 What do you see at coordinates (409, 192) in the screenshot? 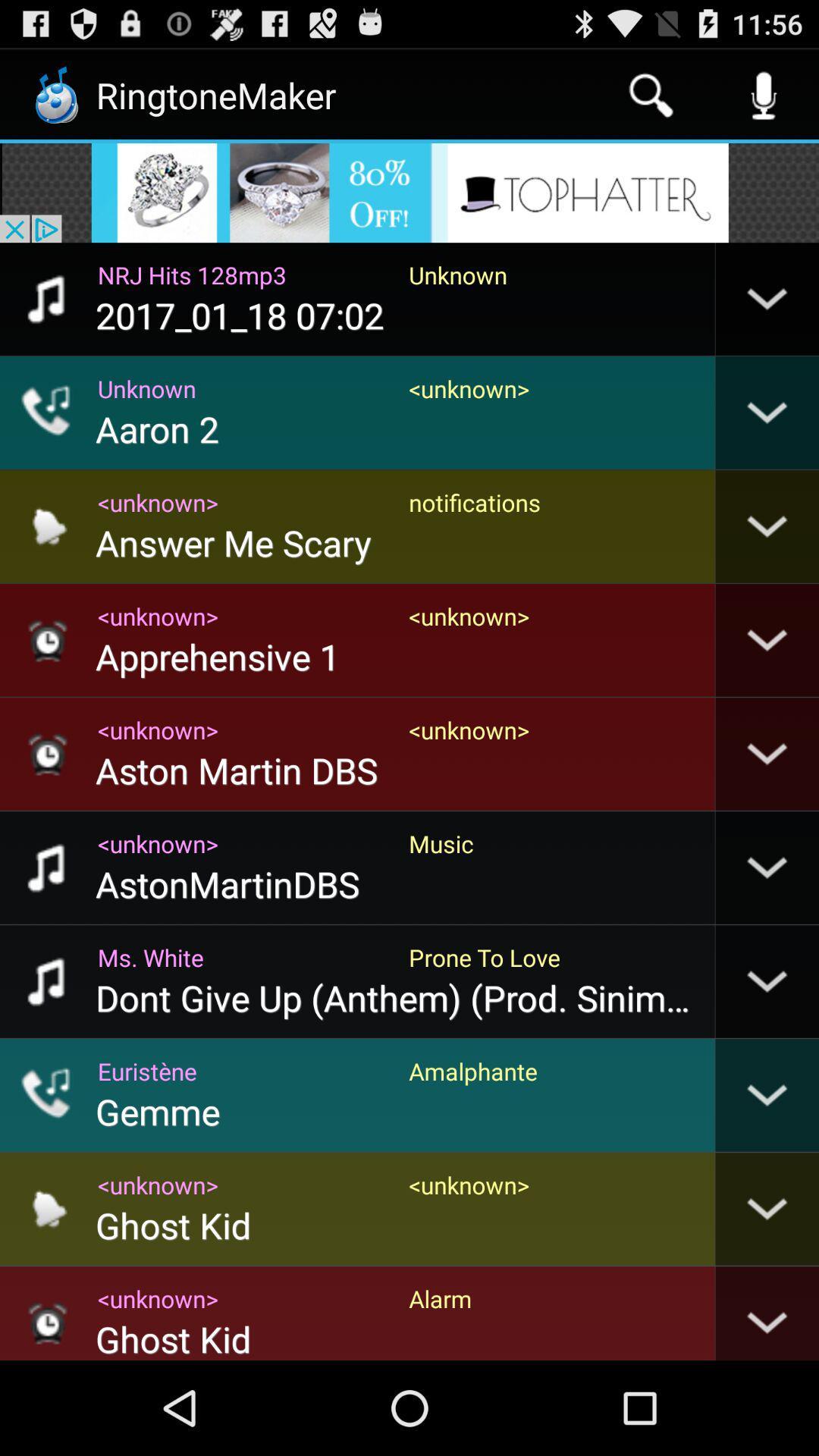
I see `advertisement` at bounding box center [409, 192].